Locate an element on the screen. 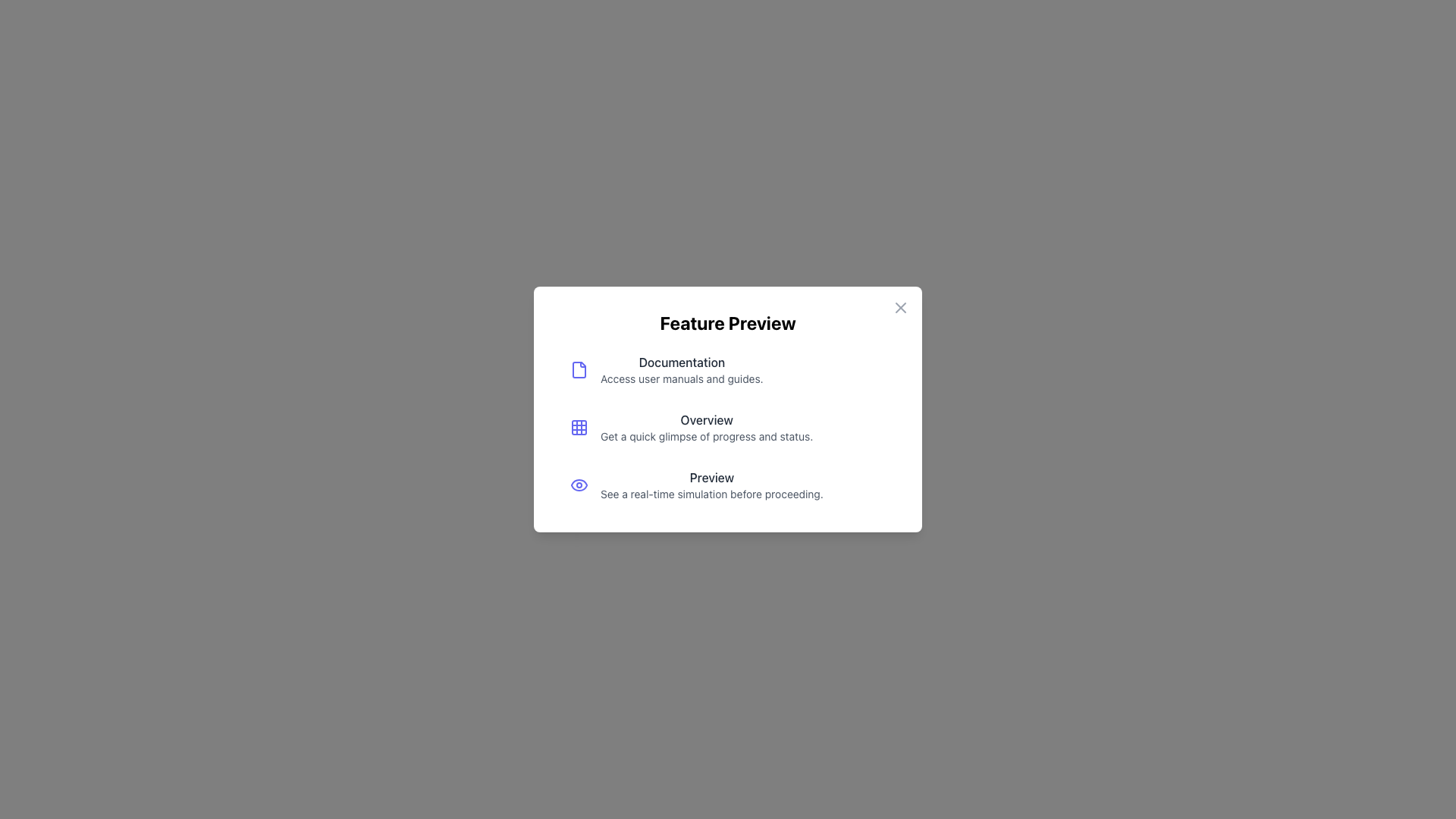 The width and height of the screenshot is (1456, 819). the interactive button that displays a document icon followed by the bold text 'Documentation' and the smaller gray text 'Access user manuals and guides' is located at coordinates (728, 370).